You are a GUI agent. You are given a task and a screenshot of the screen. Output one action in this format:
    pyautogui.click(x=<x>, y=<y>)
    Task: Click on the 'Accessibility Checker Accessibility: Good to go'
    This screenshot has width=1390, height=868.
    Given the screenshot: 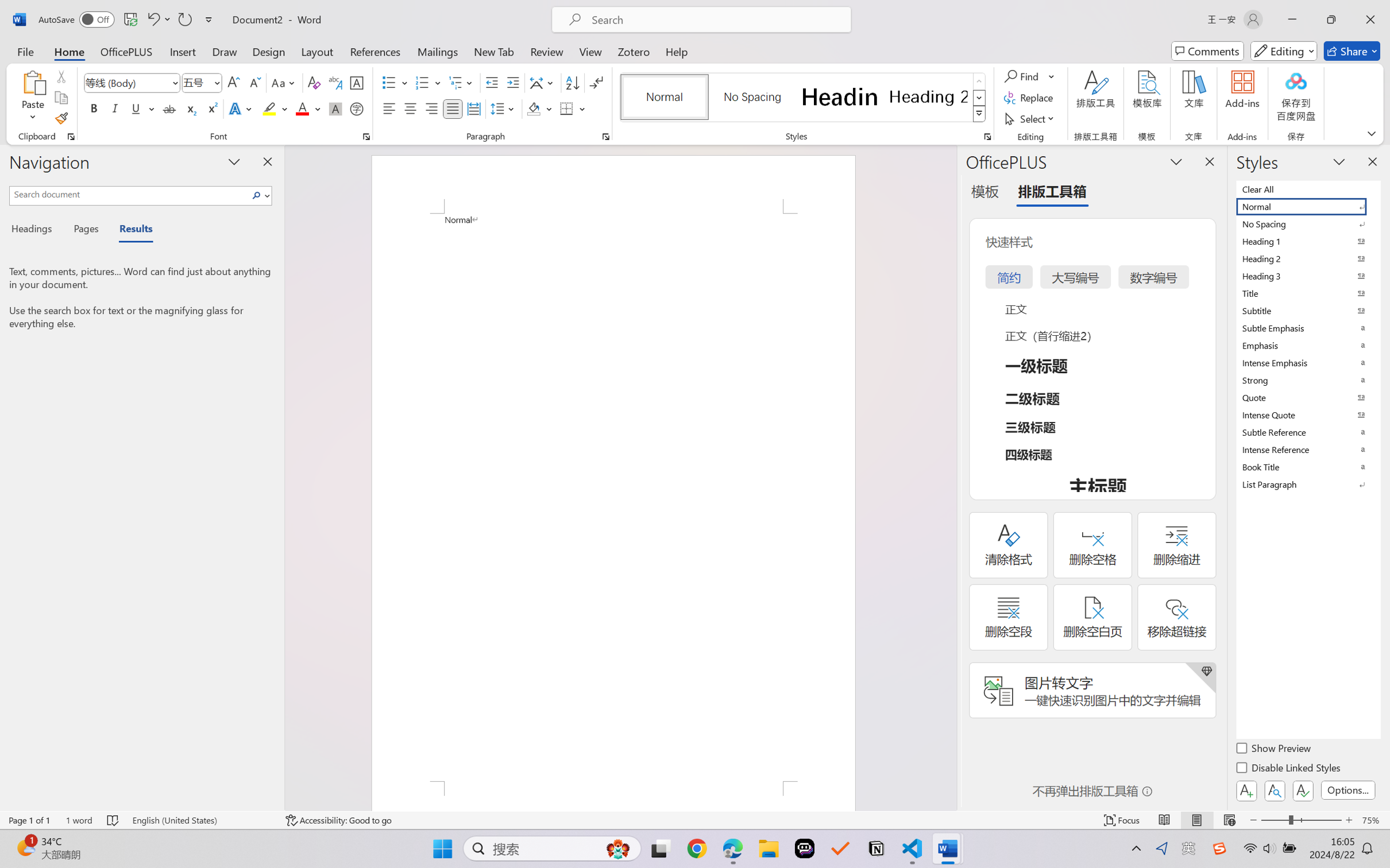 What is the action you would take?
    pyautogui.click(x=338, y=820)
    